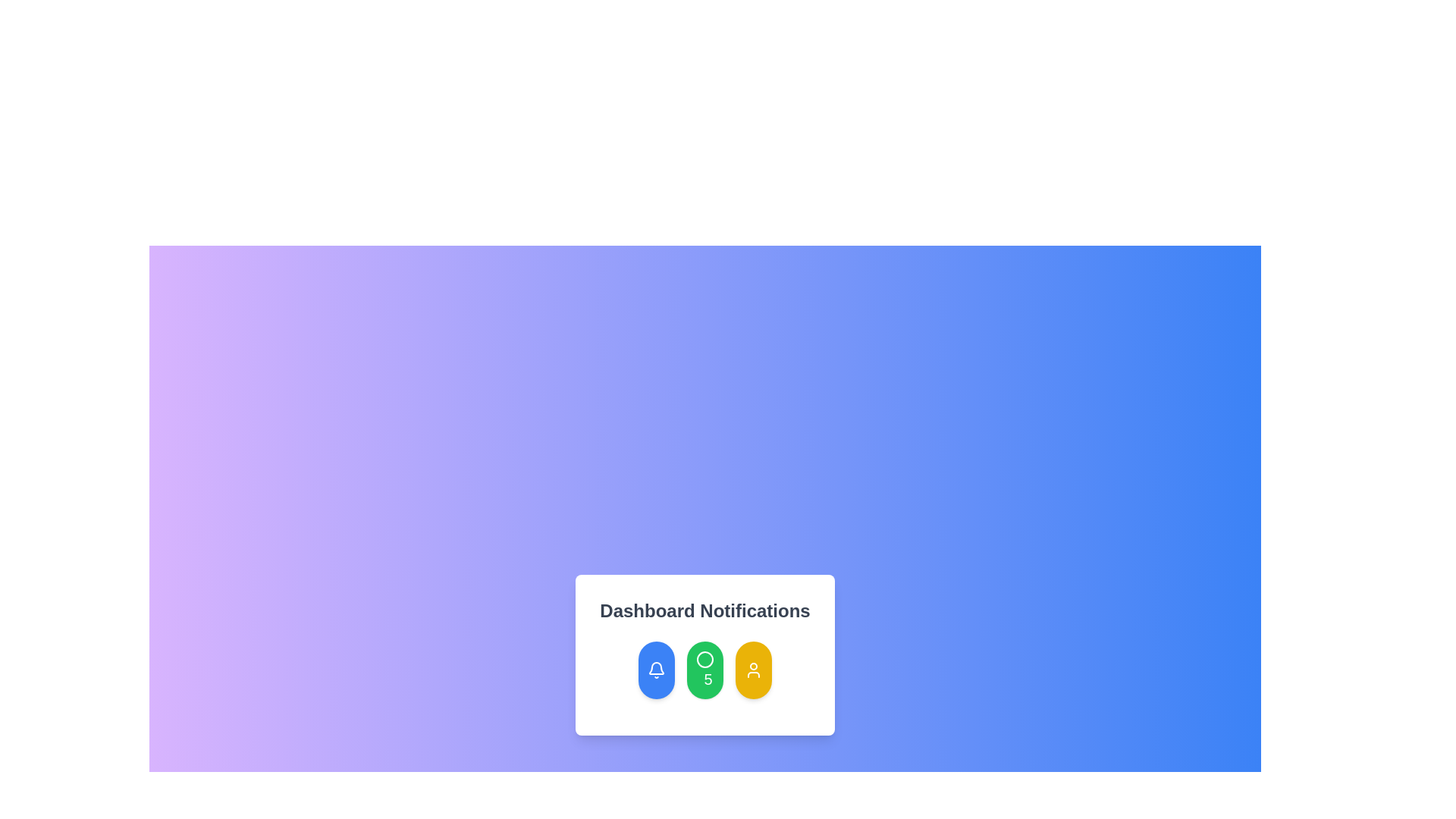 Image resolution: width=1456 pixels, height=819 pixels. I want to click on the middle button in the horizontal row of three buttons under the text 'Dashboard Notifications', so click(704, 669).